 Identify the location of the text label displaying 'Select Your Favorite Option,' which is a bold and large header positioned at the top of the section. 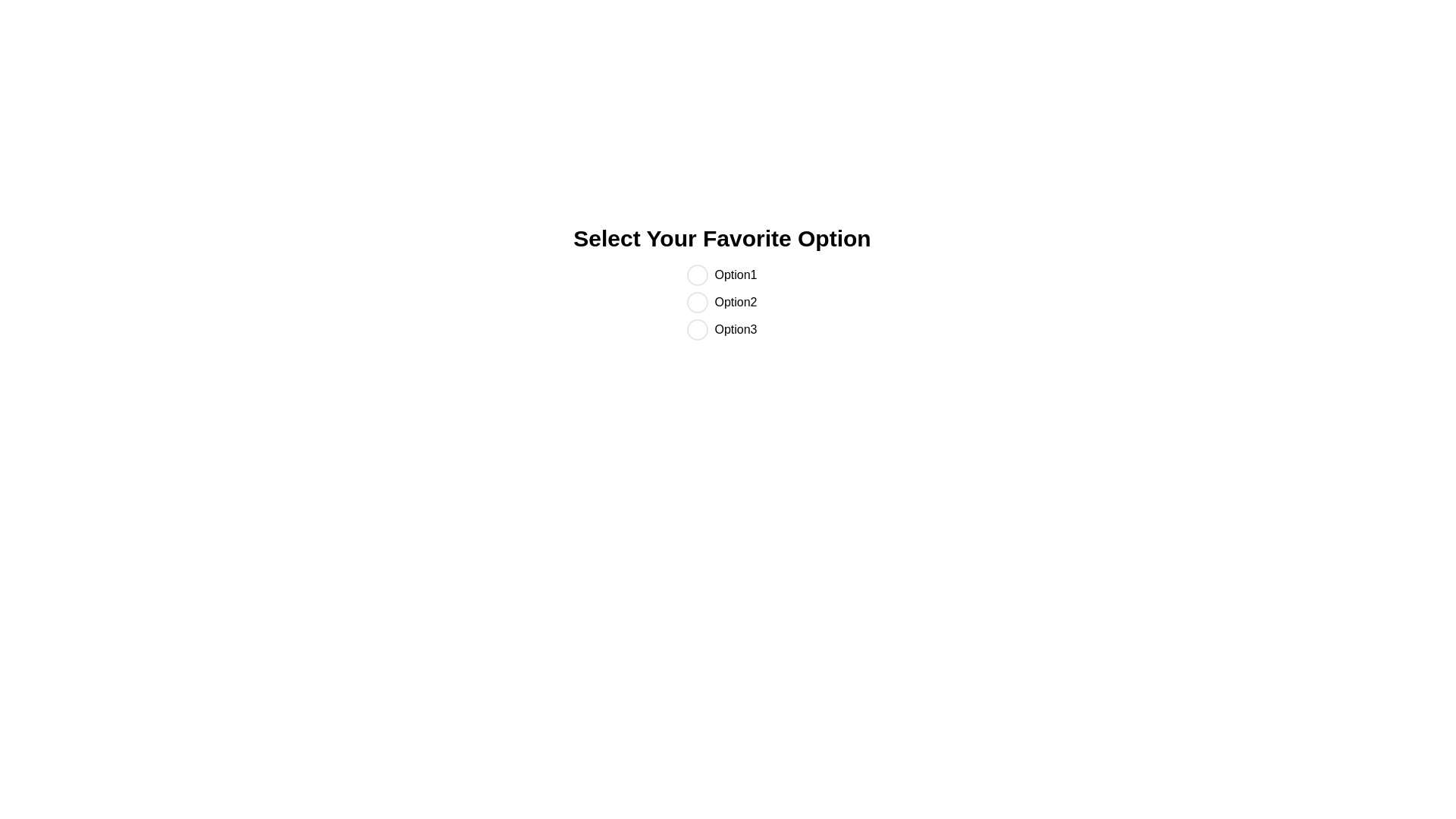
(721, 239).